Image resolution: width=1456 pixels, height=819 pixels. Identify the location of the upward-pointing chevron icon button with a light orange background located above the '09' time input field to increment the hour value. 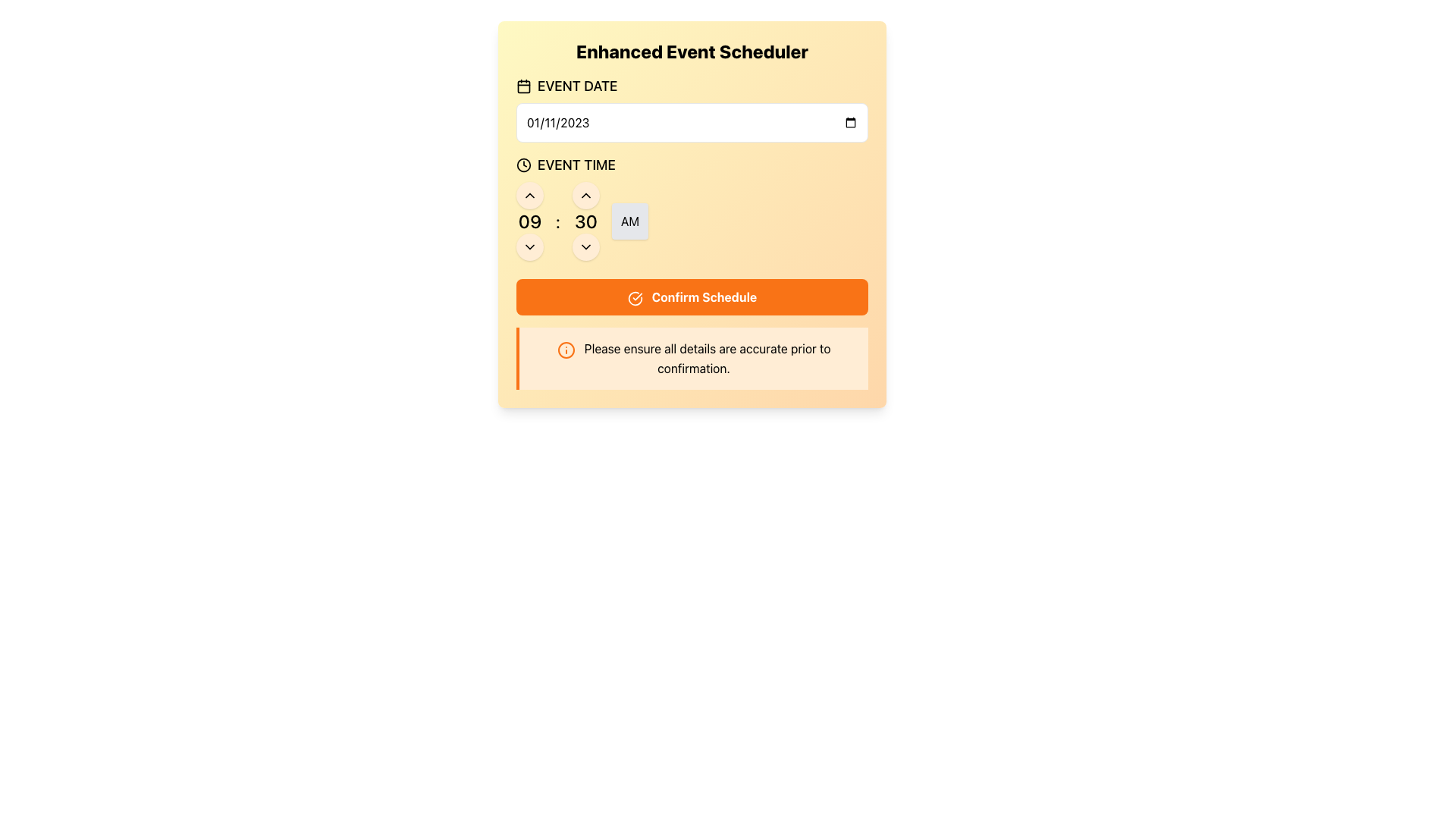
(530, 195).